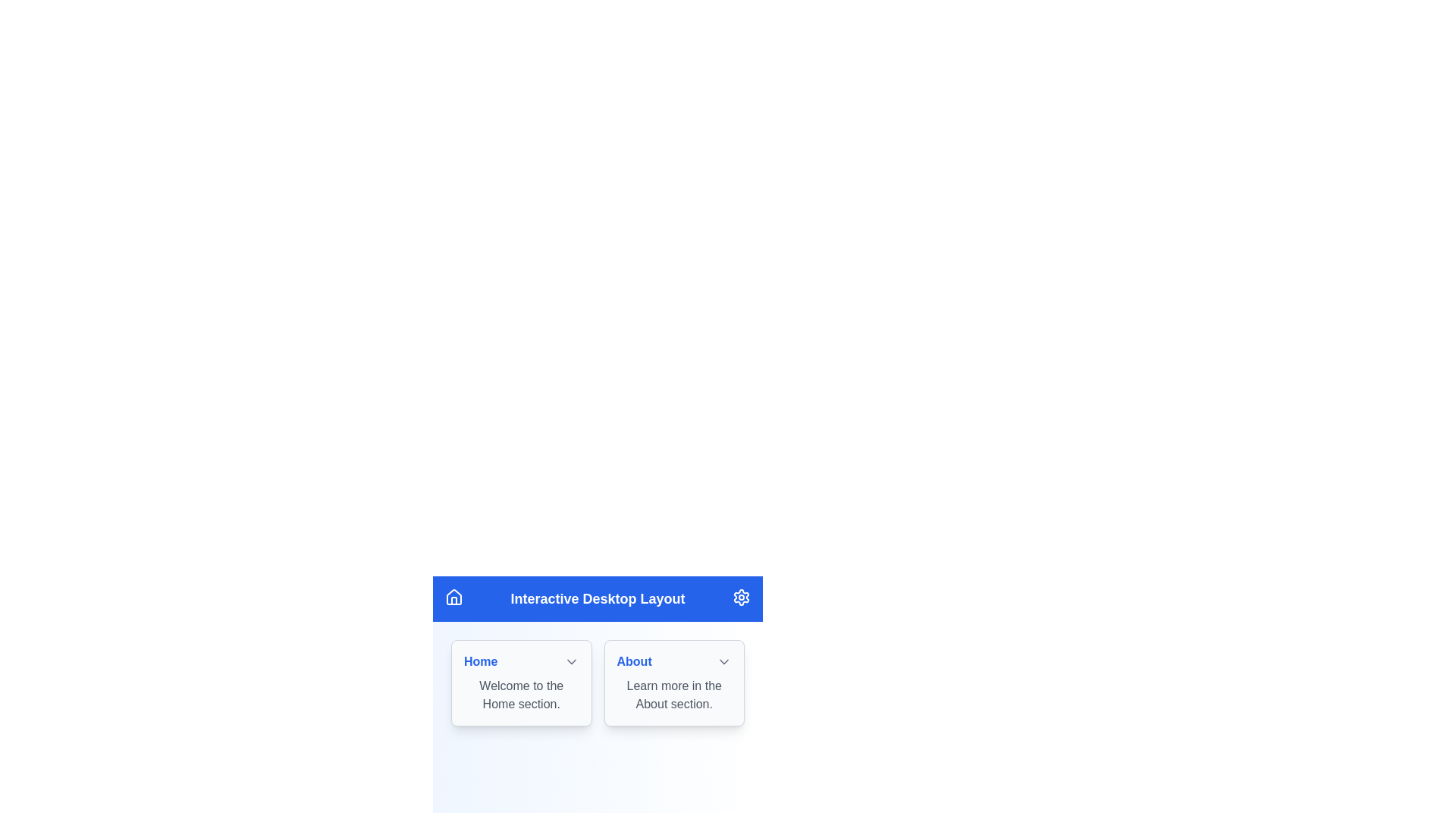 The image size is (1456, 819). I want to click on the inner section of the house icon located at the far left of the navigation bar, which is styled with a blue background and white outline, so click(453, 600).